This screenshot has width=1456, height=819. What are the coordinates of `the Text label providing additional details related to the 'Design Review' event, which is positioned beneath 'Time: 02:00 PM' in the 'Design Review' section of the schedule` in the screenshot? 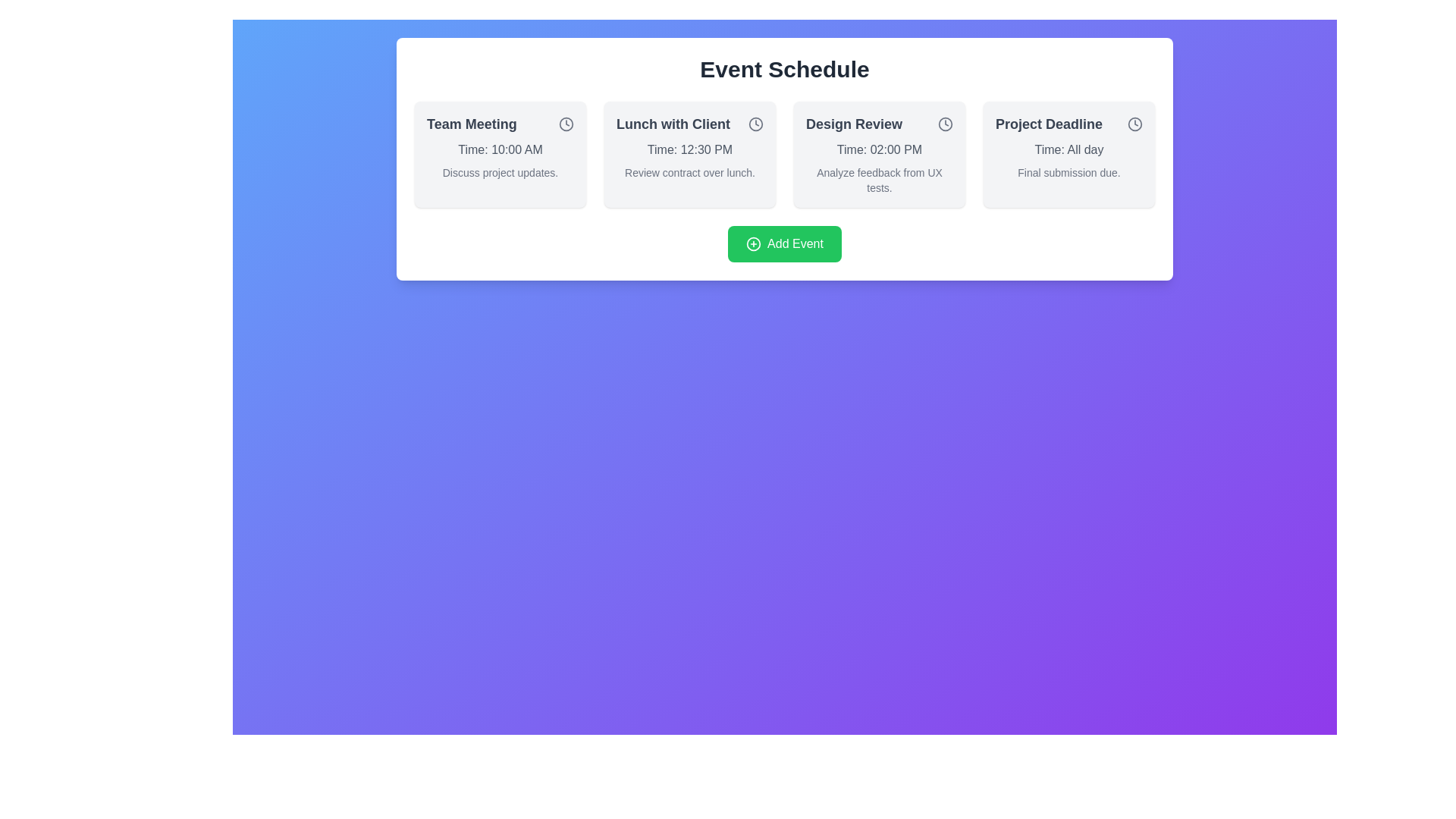 It's located at (880, 180).